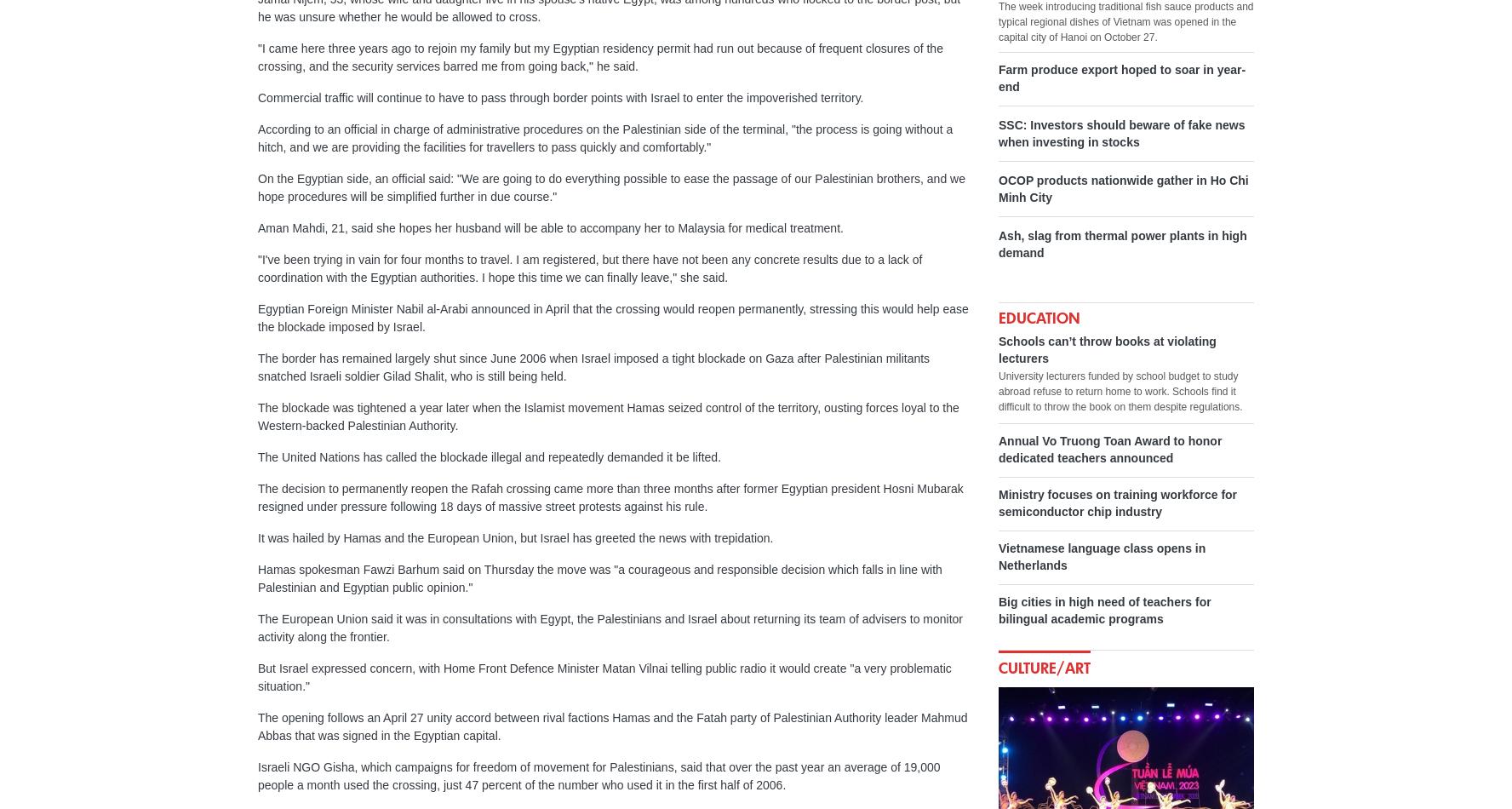 This screenshot has width=1512, height=809. I want to click on 'The United Nations has called the blockade illegal and repeatedly demanded it be lifted.', so click(490, 457).